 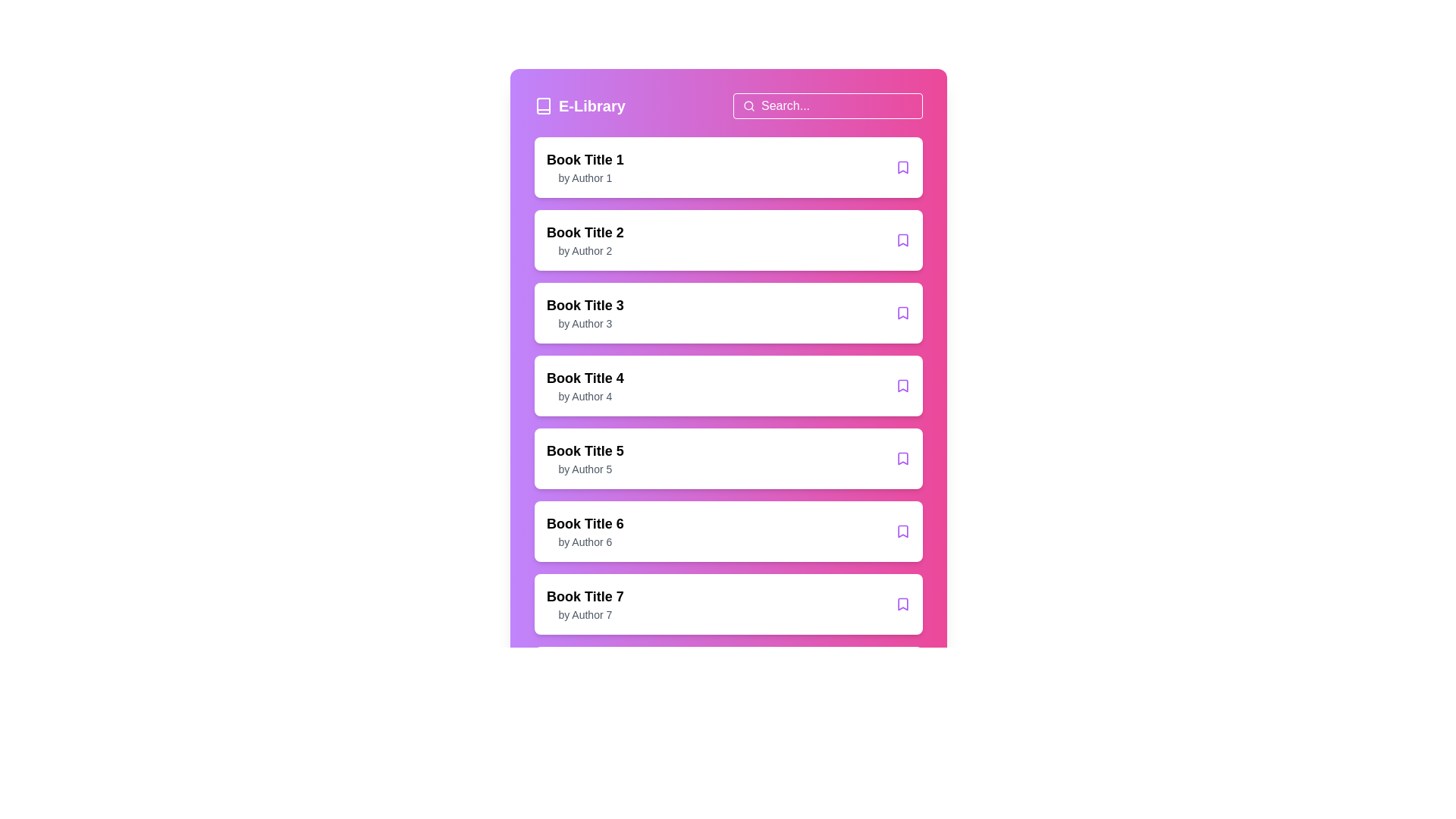 What do you see at coordinates (902, 458) in the screenshot?
I see `the bookmark icon located at the rightmost end of the row for 'Book Title 5'` at bounding box center [902, 458].